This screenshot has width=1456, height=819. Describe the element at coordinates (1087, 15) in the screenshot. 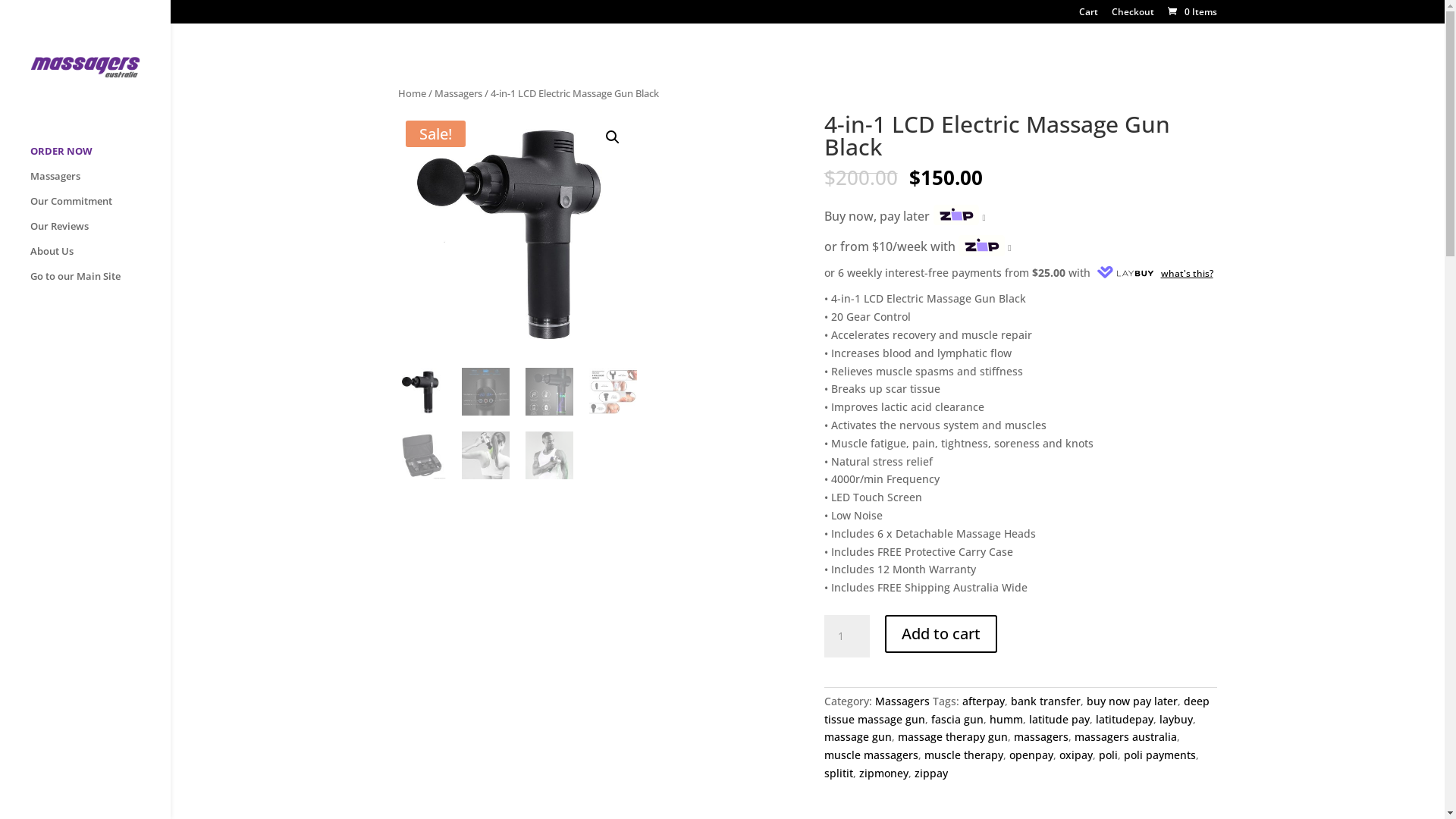

I see `'Cart'` at that location.